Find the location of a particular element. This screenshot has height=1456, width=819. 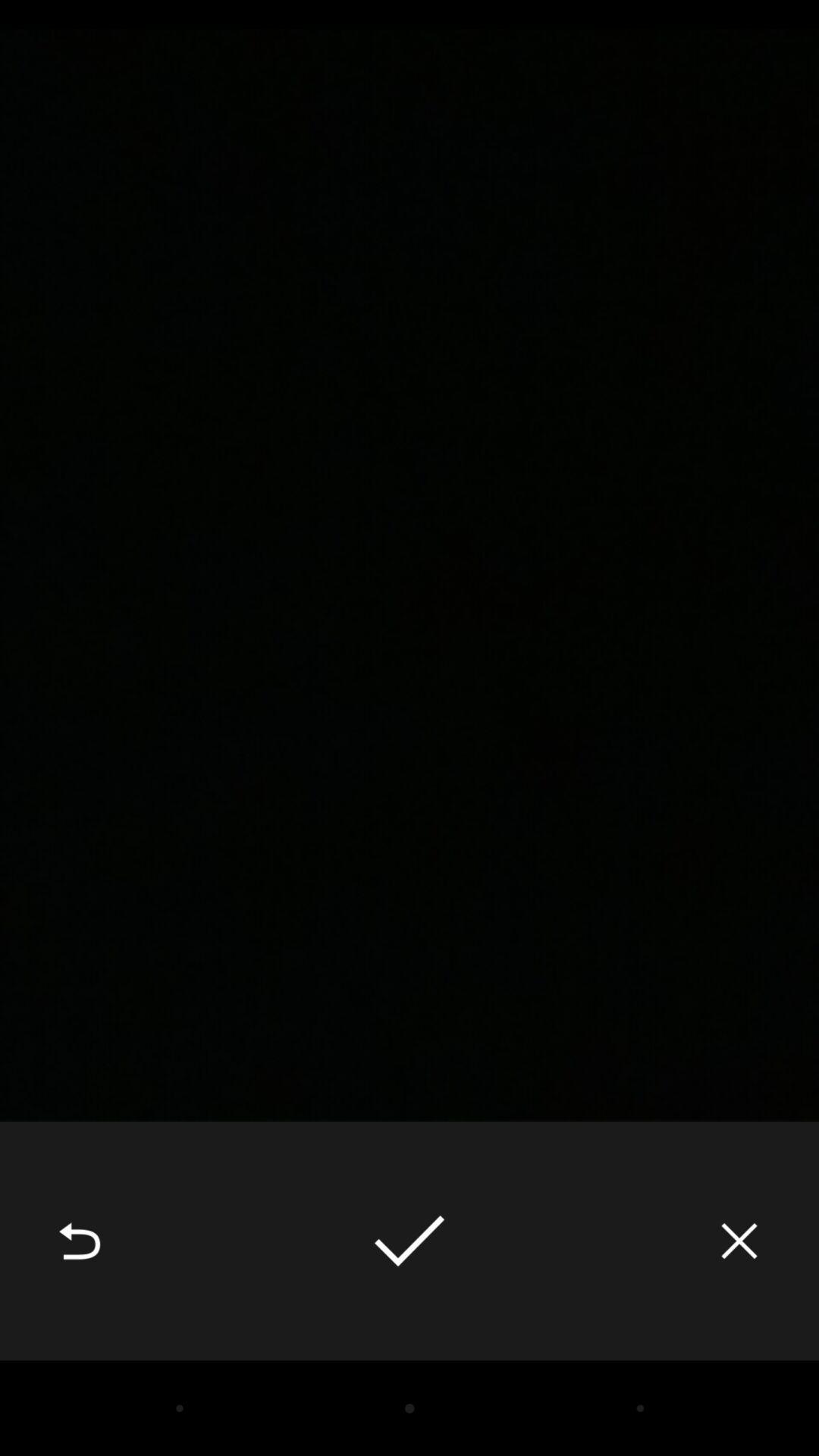

item at the bottom right corner is located at coordinates (739, 1241).